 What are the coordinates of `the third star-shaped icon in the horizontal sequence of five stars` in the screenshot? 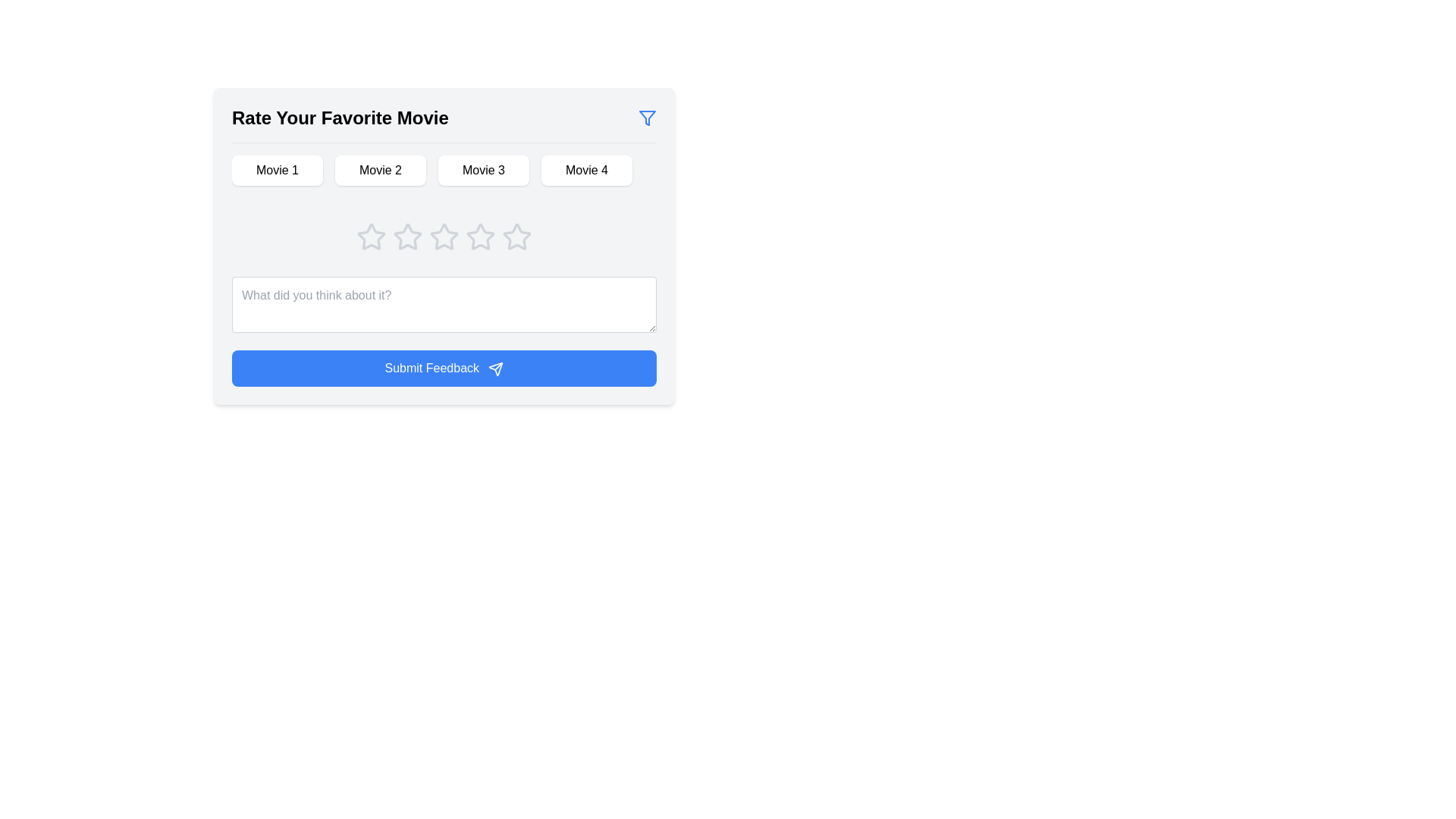 It's located at (443, 245).